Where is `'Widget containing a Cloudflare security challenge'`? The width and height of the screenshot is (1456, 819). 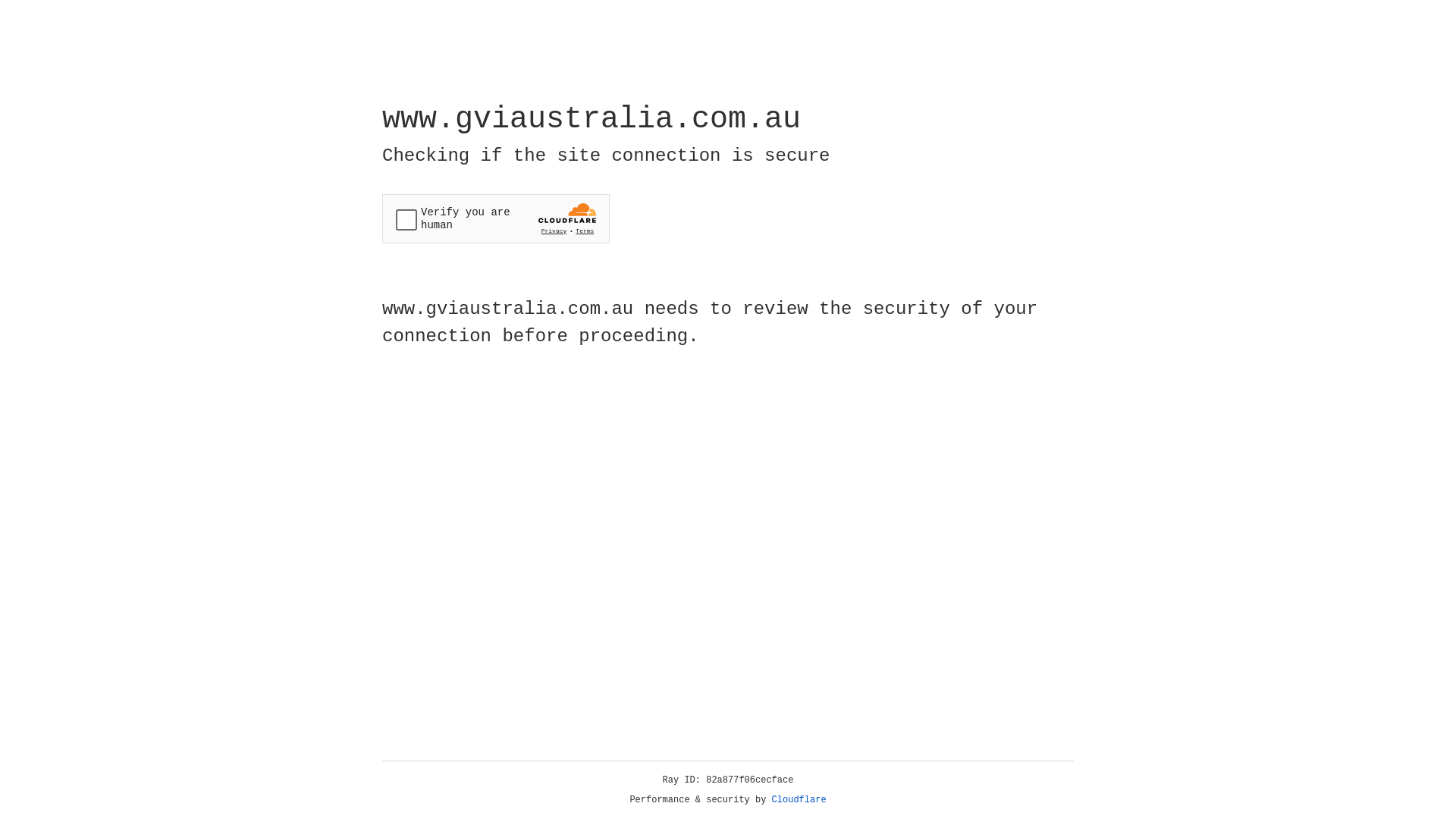 'Widget containing a Cloudflare security challenge' is located at coordinates (495, 218).